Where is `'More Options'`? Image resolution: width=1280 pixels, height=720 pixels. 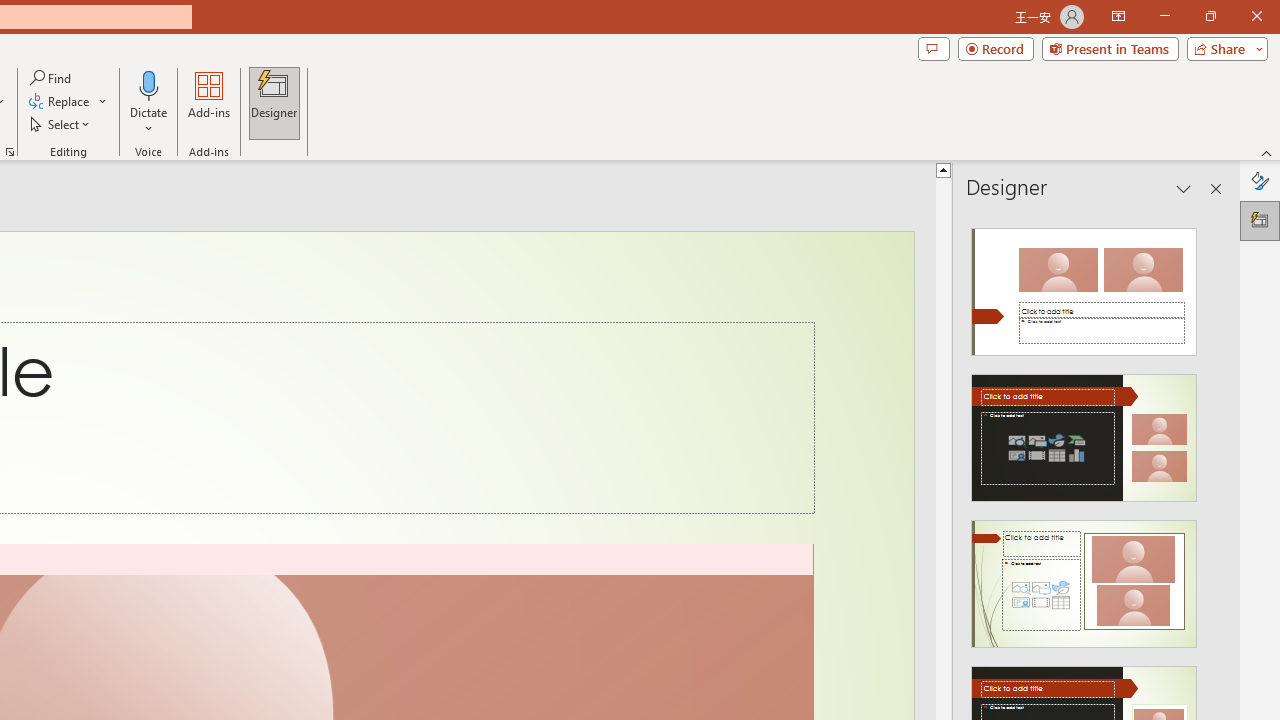 'More Options' is located at coordinates (148, 121).